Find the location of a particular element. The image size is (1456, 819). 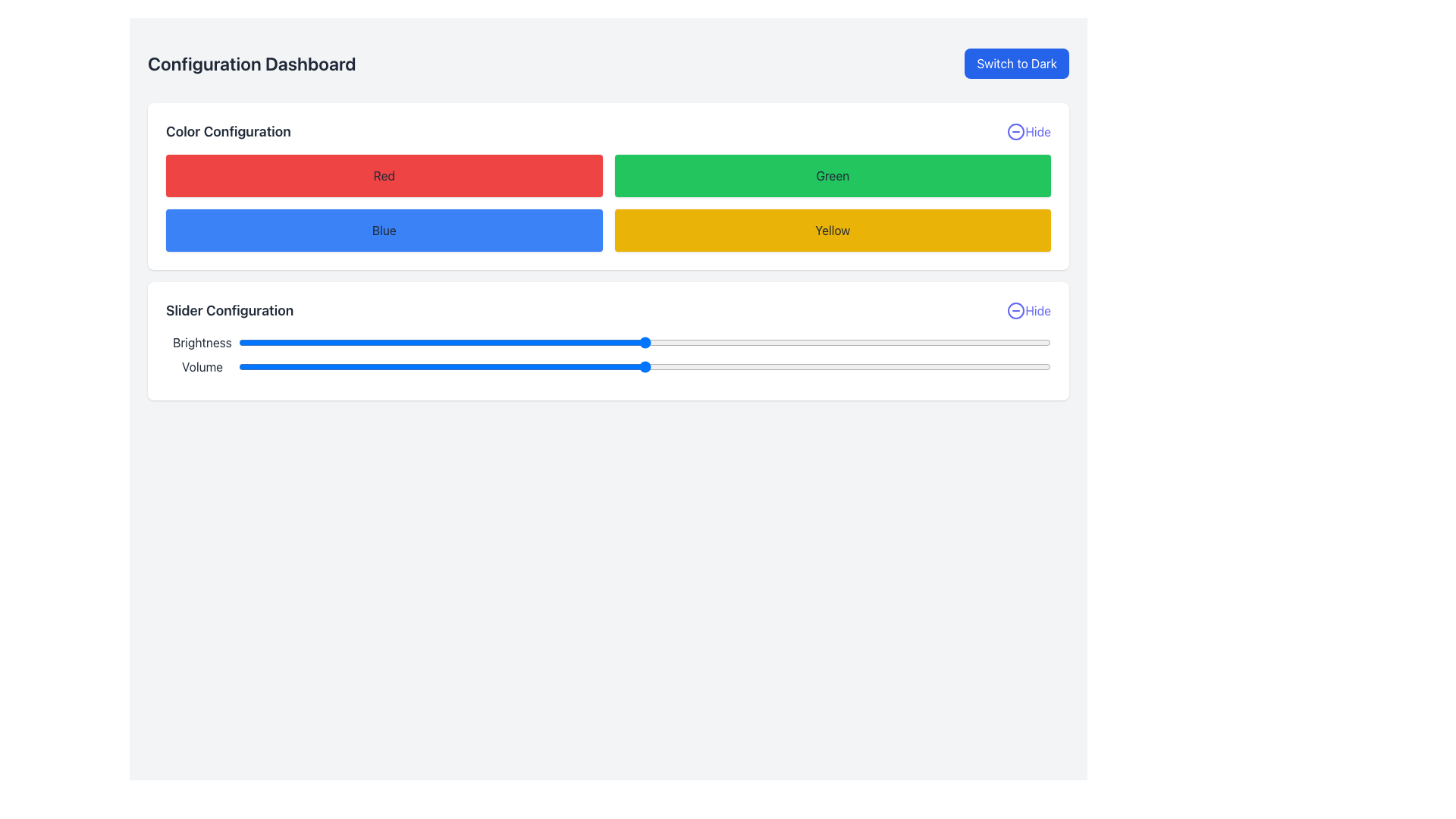

volume is located at coordinates (303, 366).